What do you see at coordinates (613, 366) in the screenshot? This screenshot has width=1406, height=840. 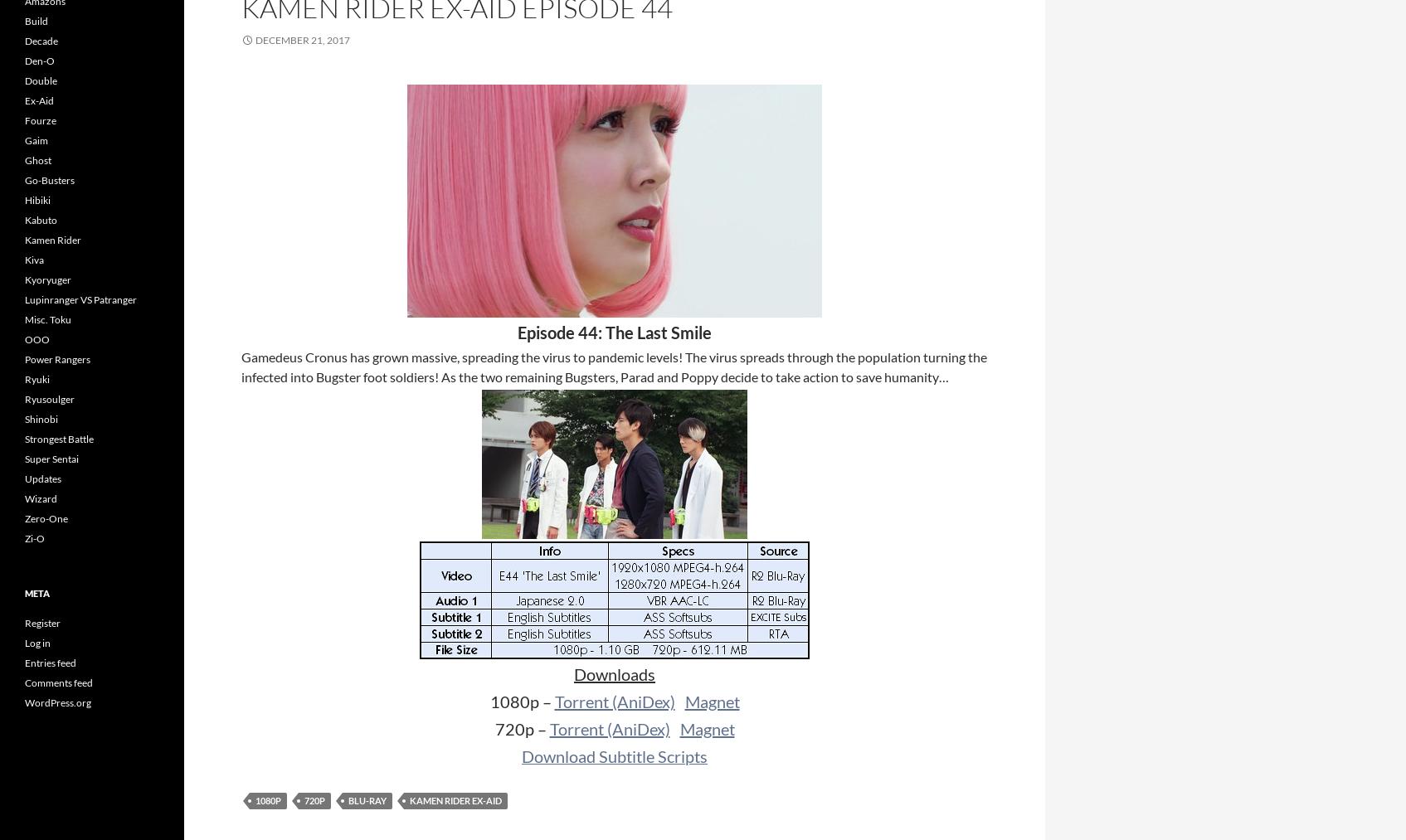 I see `'Gamedeus Cronus has grown massive, spreading the virus to pandemic levels! The virus spreads through the population turning the infected into Bugster foot soldiers! As the two remaining Bugsters, Parad and Poppy decide to take action to save humanity…'` at bounding box center [613, 366].